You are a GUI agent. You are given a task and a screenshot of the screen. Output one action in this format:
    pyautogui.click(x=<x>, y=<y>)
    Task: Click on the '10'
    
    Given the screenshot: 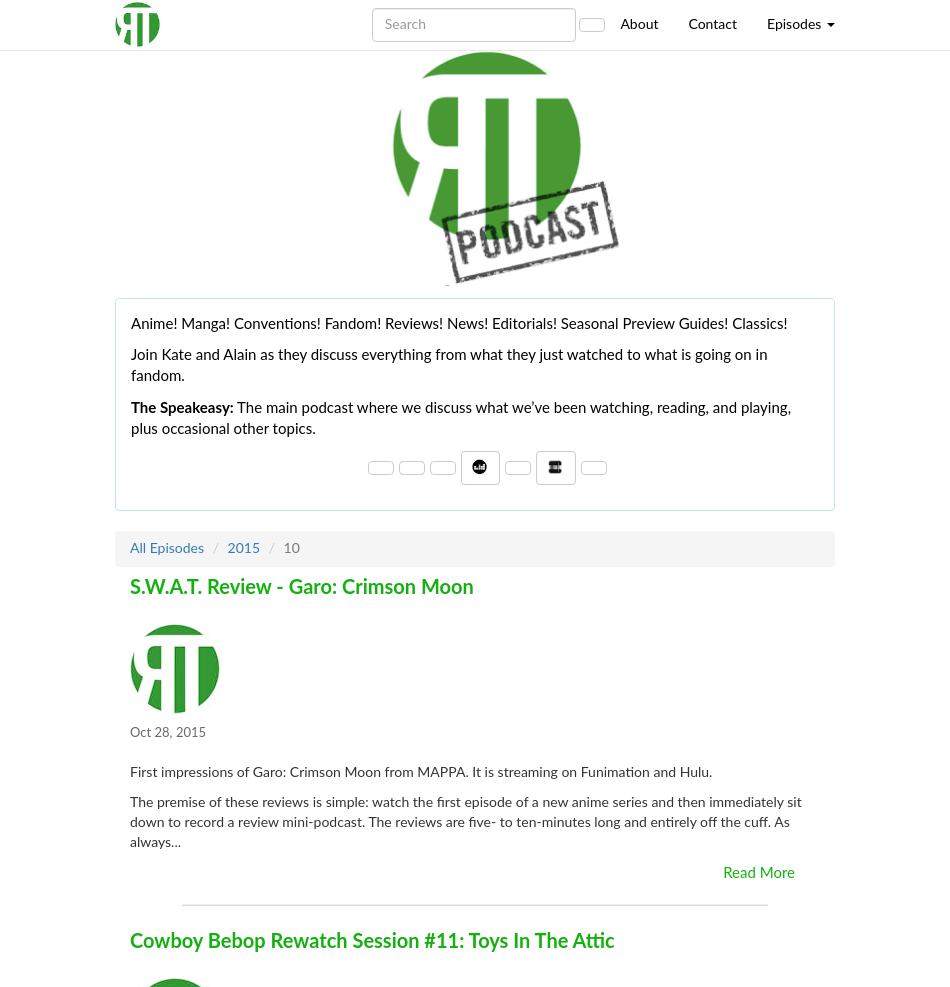 What is the action you would take?
    pyautogui.click(x=282, y=547)
    